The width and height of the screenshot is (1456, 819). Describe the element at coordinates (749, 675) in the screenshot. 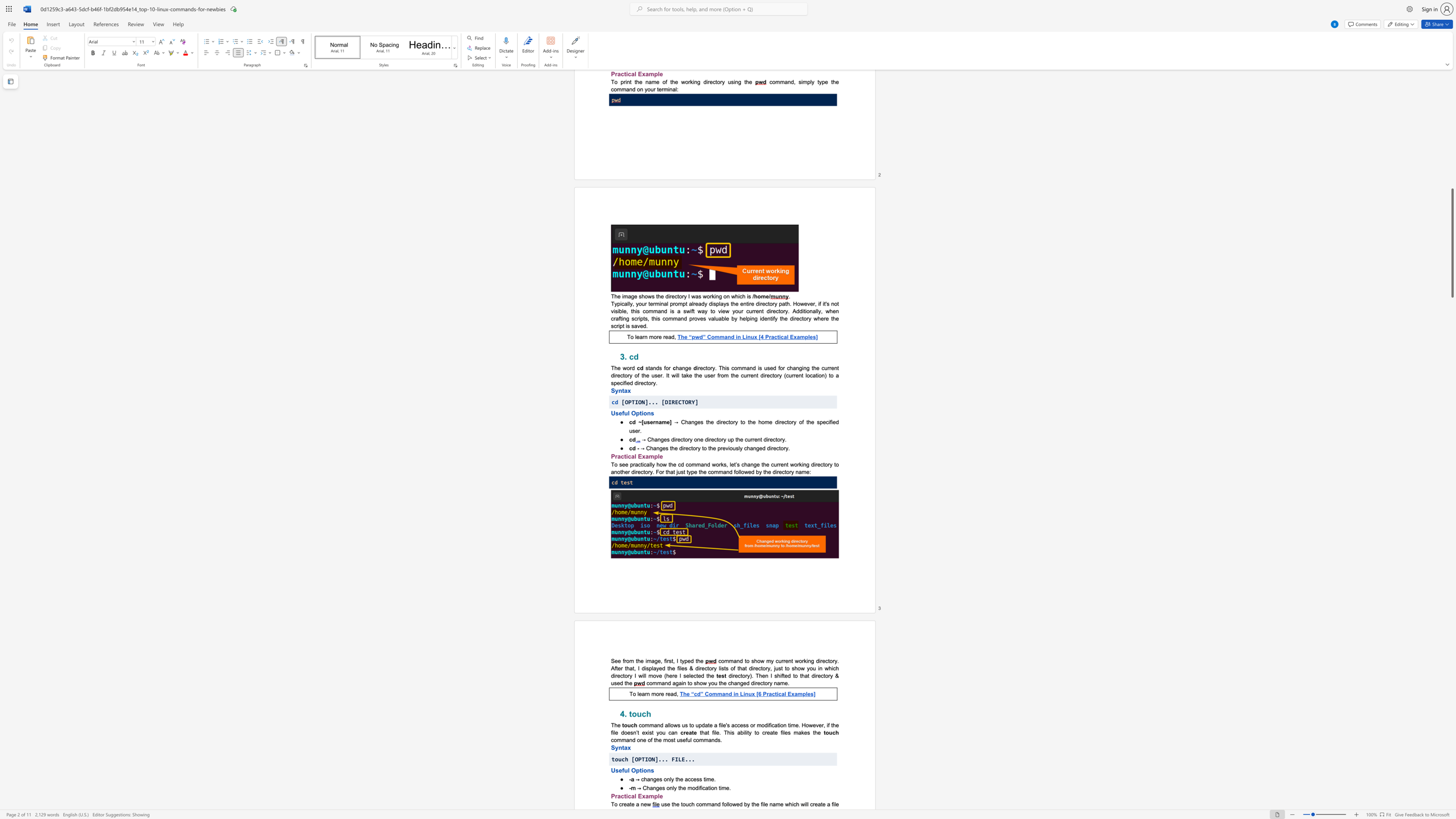

I see `the subset text "). Th" within the text "directory). Then I shifted to that directory & used the"` at that location.